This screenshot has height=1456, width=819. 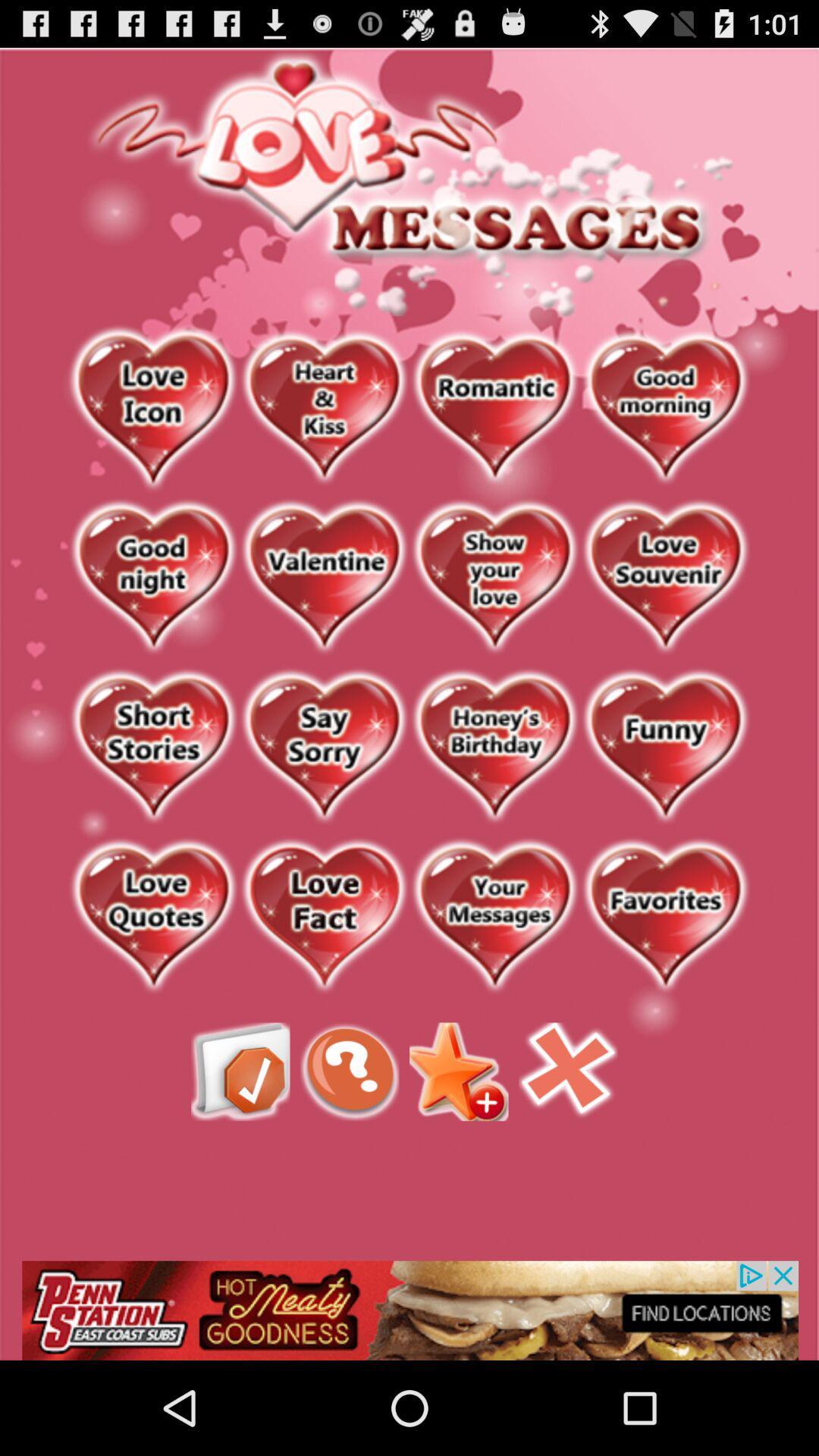 I want to click on open funny love messages, so click(x=664, y=748).